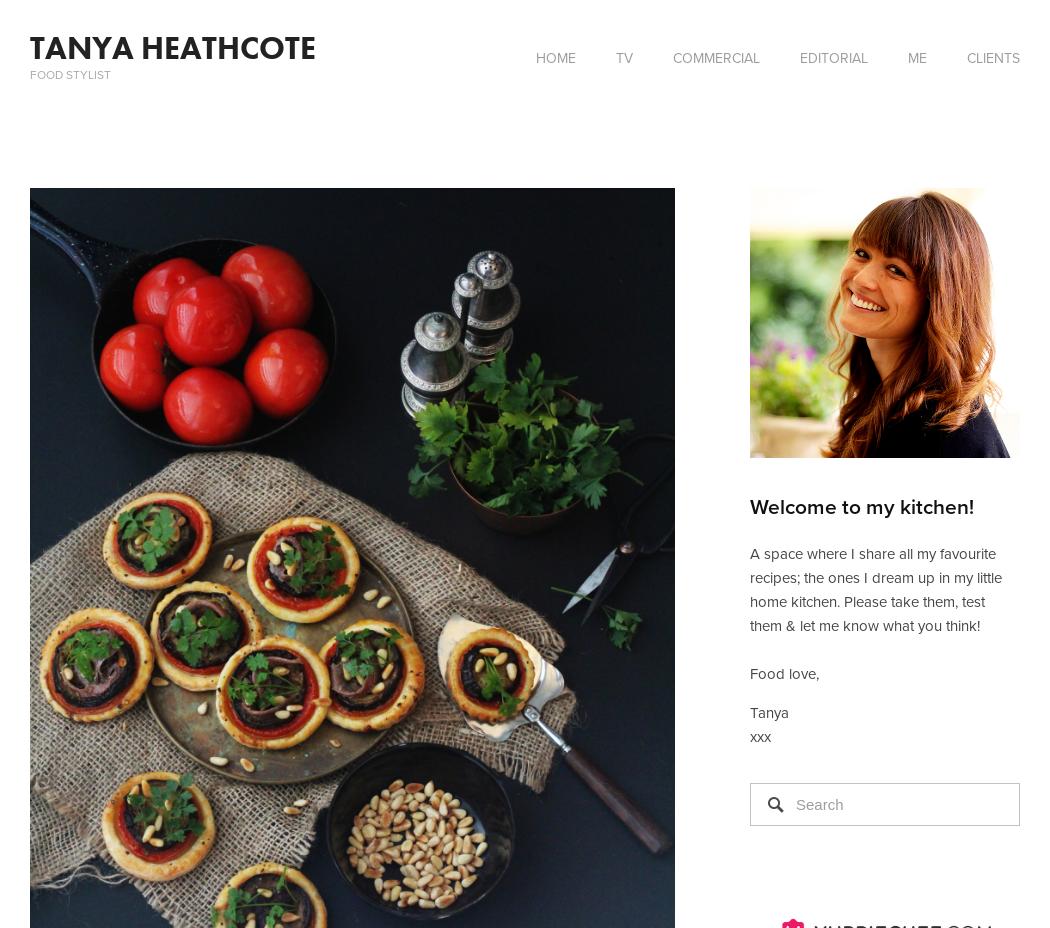 This screenshot has width=1050, height=928. Describe the element at coordinates (555, 57) in the screenshot. I see `'HOME'` at that location.